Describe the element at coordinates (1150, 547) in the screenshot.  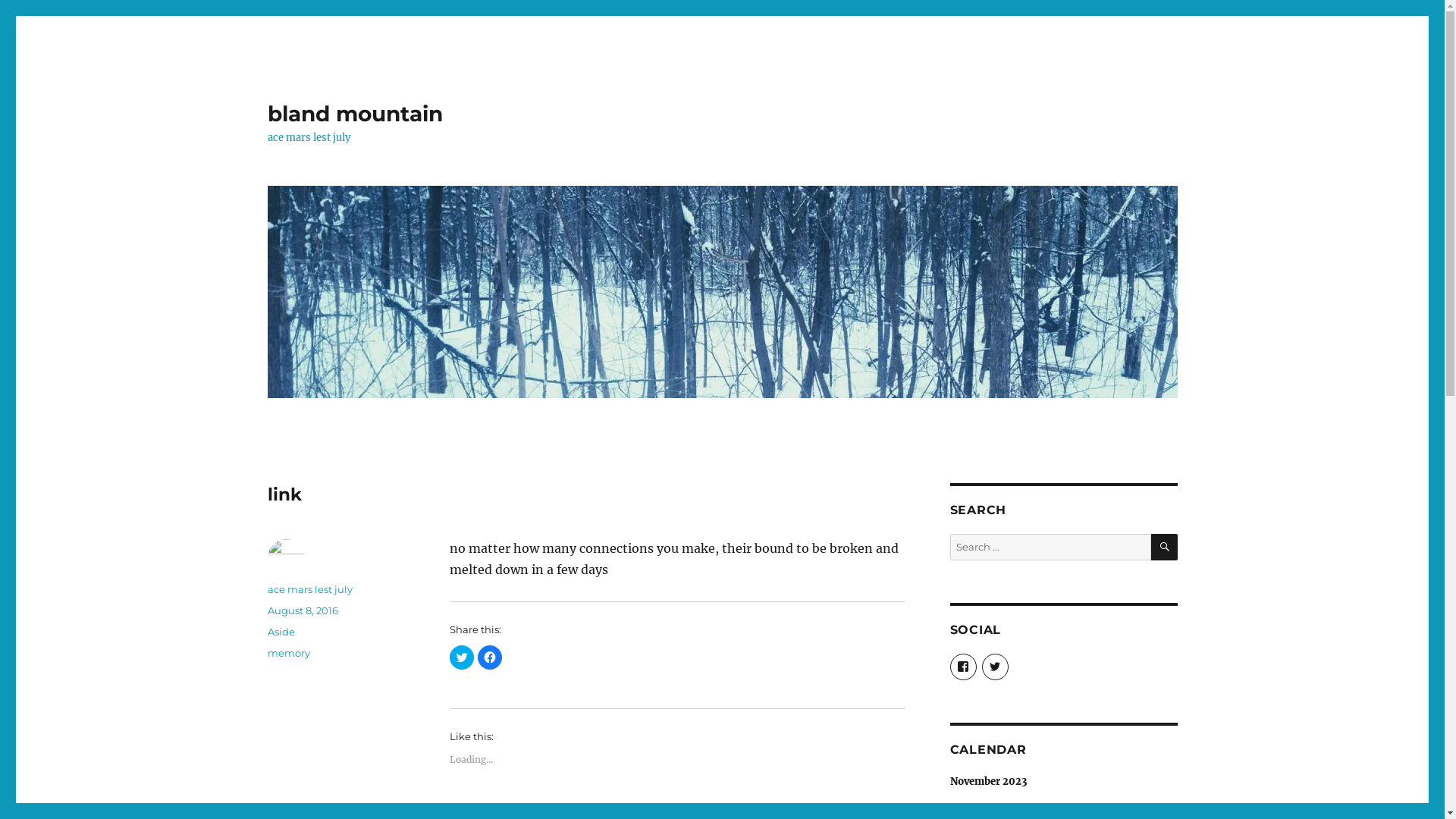
I see `'SEARCH'` at that location.